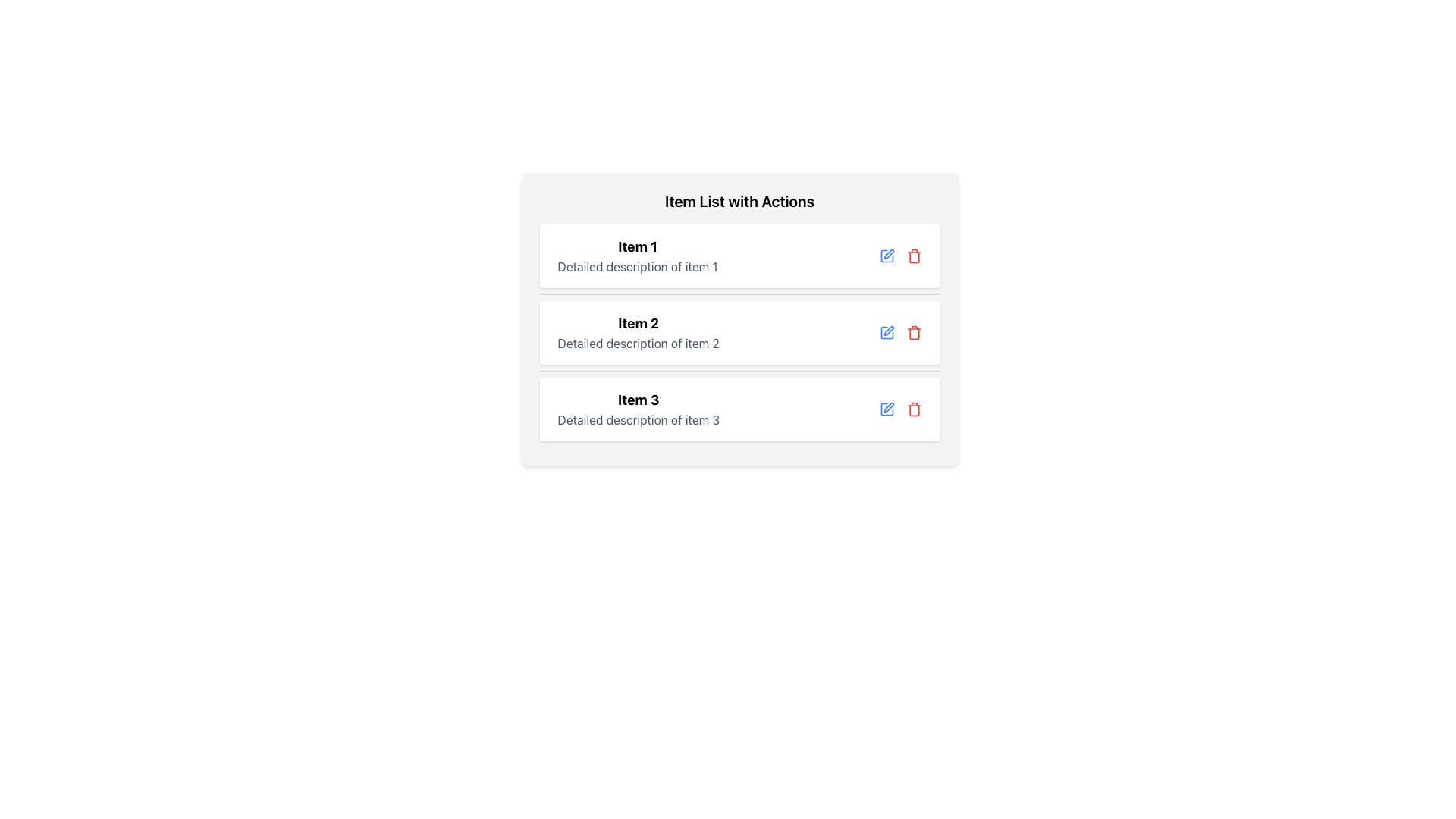 Image resolution: width=1456 pixels, height=819 pixels. I want to click on the bold text label 'Item 2' which is prominently displayed above the detailed description text, so click(639, 323).